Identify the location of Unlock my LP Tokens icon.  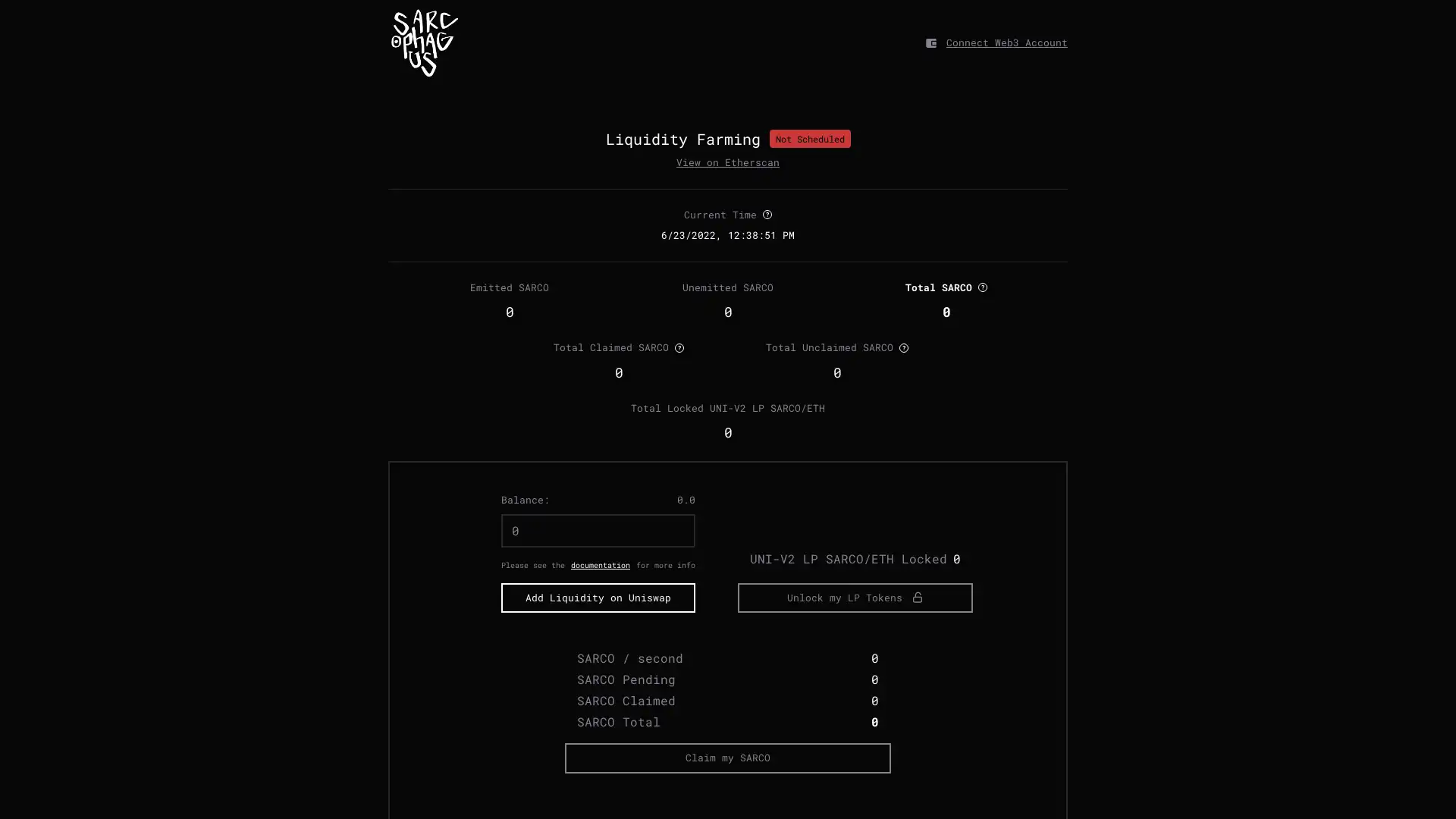
(855, 651).